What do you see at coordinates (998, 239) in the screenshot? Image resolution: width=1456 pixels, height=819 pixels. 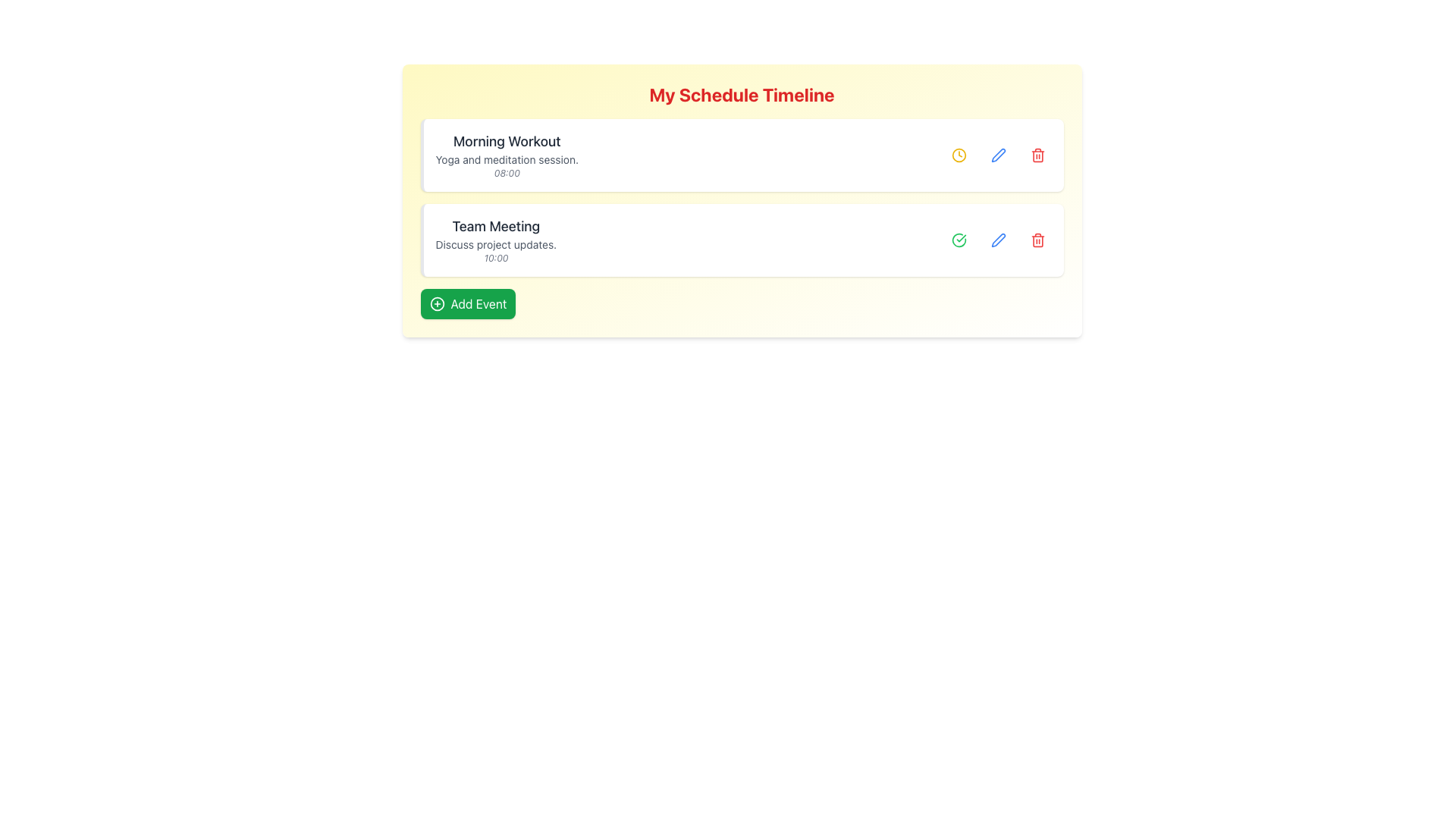 I see `the middle icon in the rightmost portion of the 'Team Meeting' card` at bounding box center [998, 239].